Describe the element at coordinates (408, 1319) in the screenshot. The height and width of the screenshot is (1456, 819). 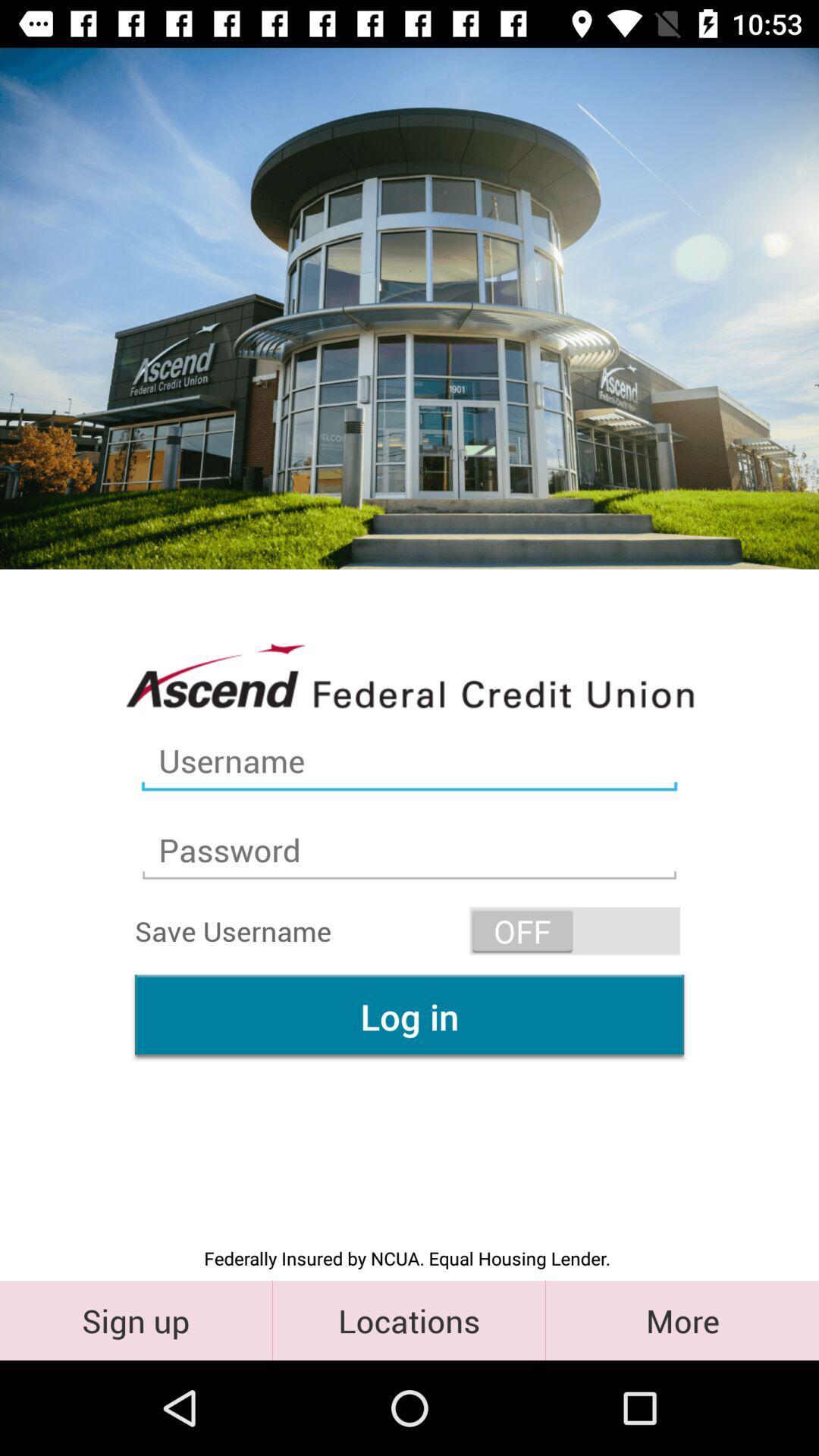
I see `item next to the sign up icon` at that location.